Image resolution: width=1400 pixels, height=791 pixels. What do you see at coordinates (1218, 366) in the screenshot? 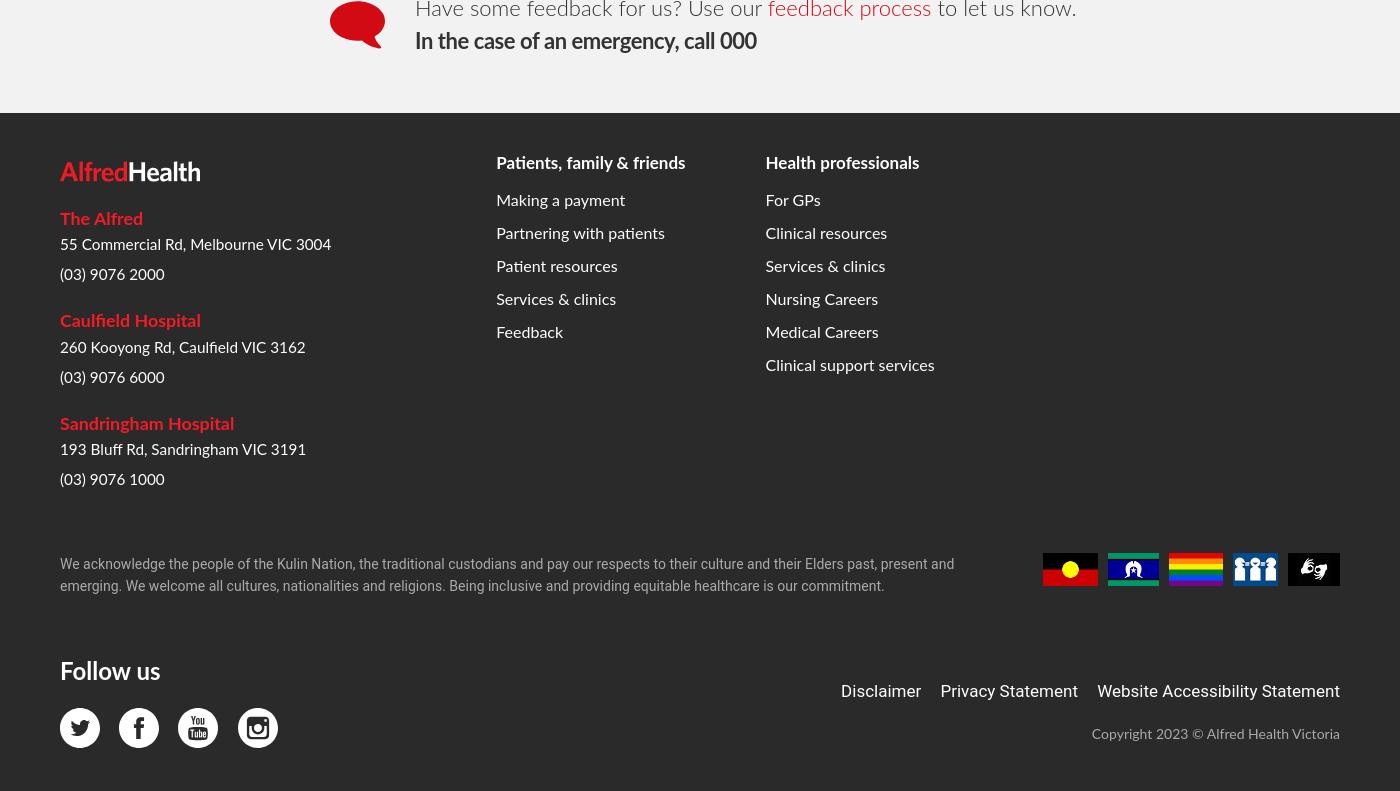
I see `'Website Accessibility Statement'` at bounding box center [1218, 366].